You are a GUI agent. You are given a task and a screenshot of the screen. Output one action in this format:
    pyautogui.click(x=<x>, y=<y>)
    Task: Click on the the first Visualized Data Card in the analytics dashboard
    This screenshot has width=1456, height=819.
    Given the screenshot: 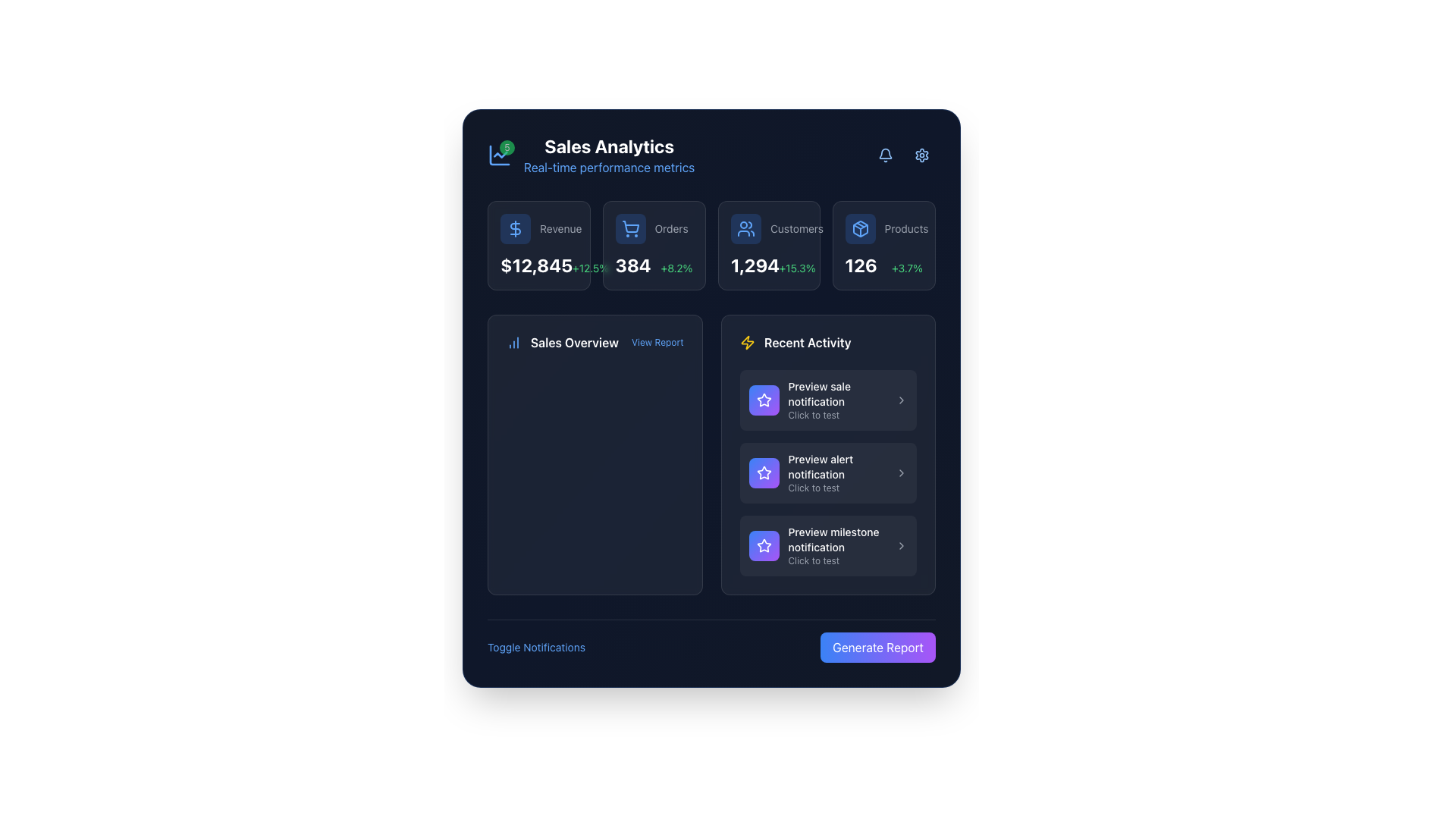 What is the action you would take?
    pyautogui.click(x=538, y=245)
    